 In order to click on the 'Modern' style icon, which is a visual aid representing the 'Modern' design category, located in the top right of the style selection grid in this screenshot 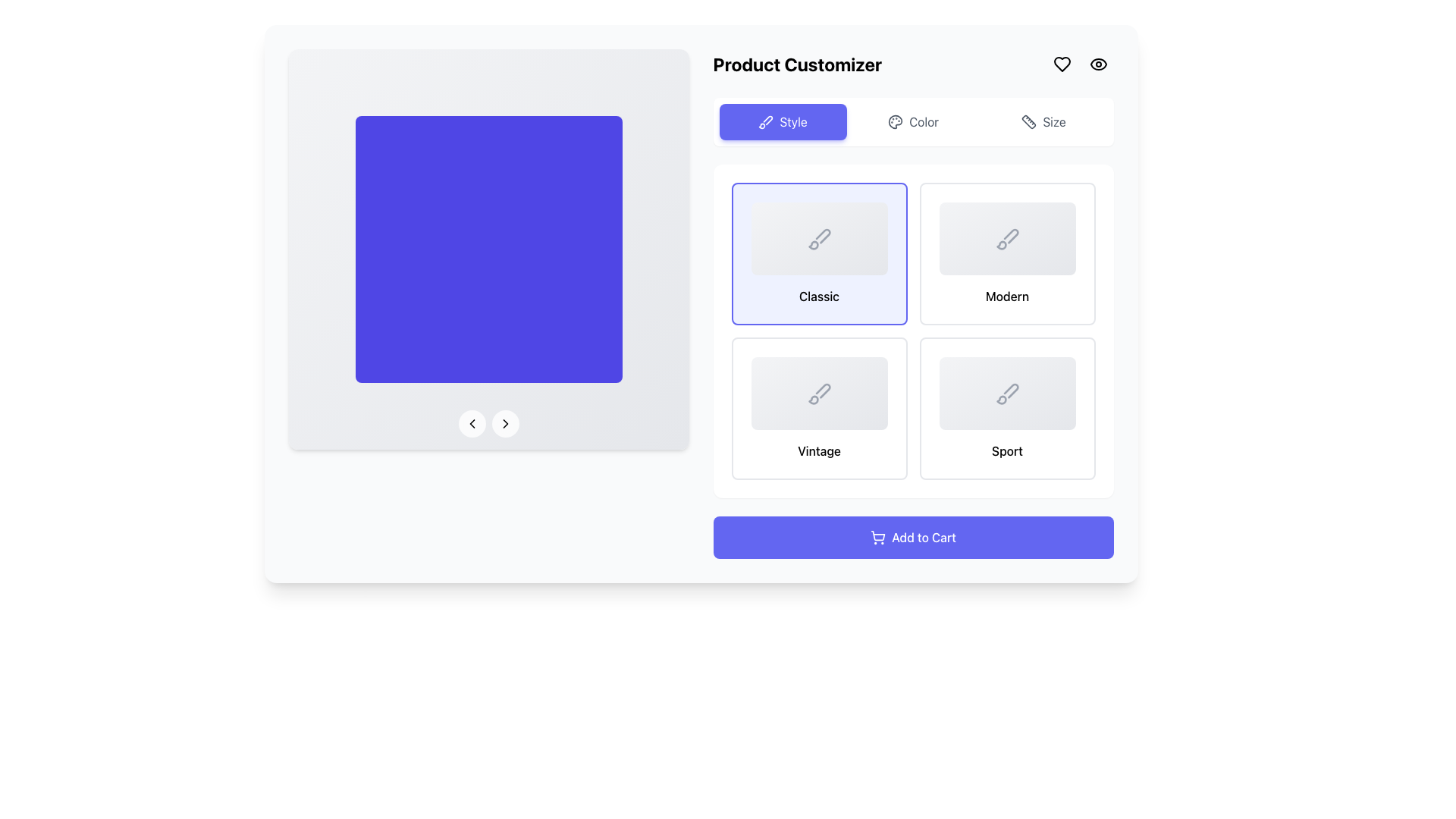, I will do `click(1007, 239)`.